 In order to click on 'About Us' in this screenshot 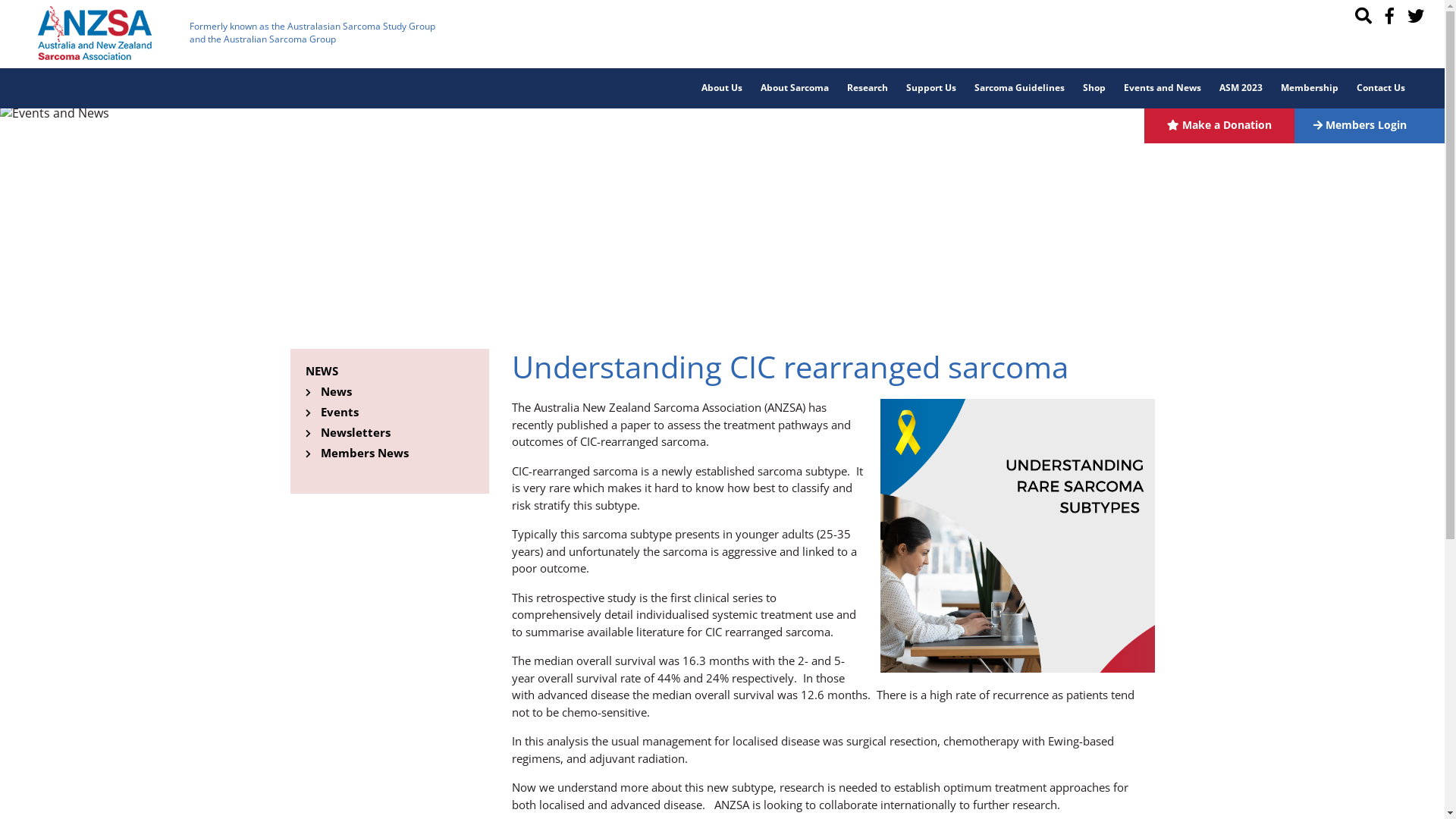, I will do `click(720, 88)`.